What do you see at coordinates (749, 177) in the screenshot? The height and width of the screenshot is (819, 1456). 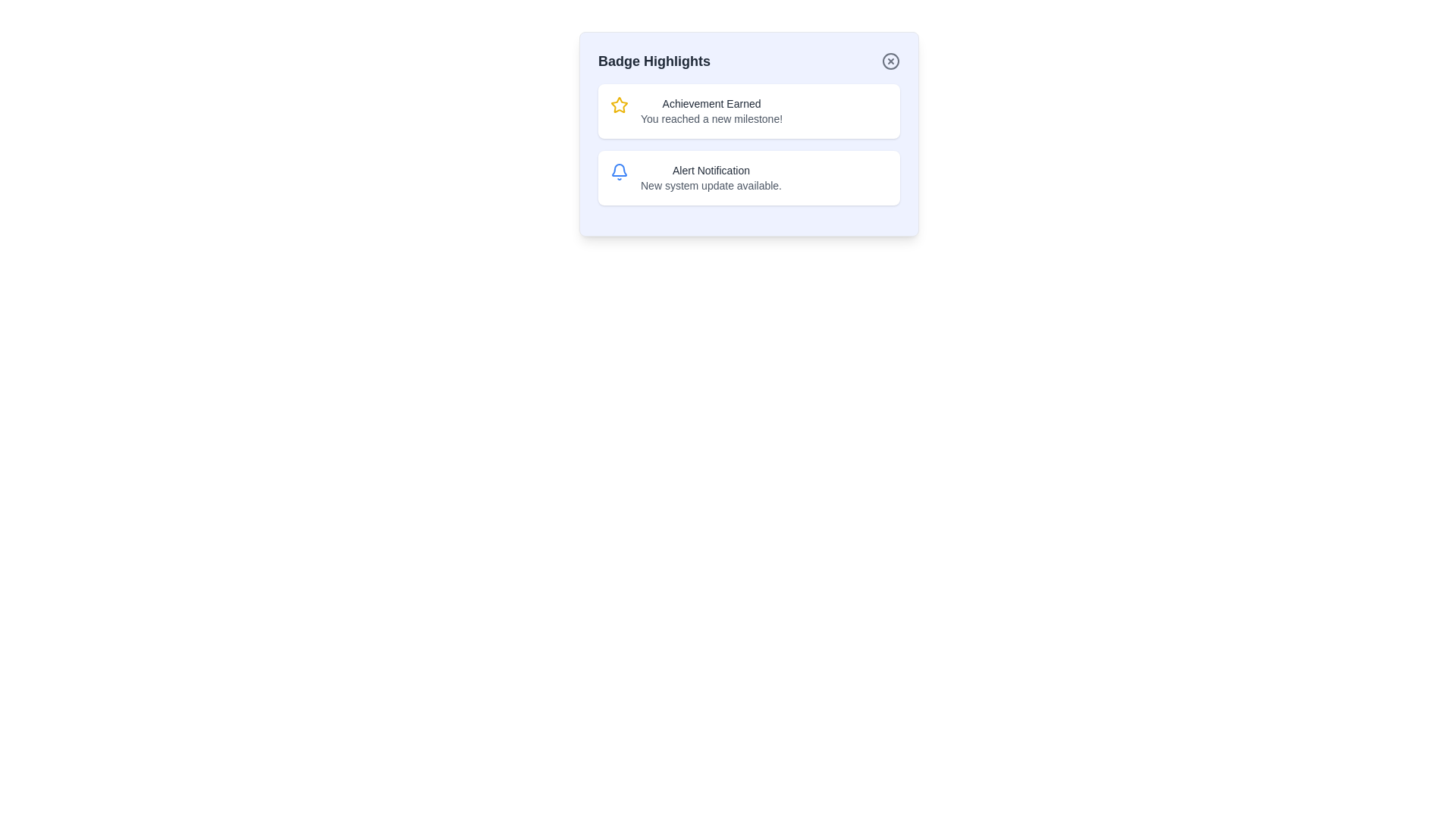 I see `the second notification card in the 'Badge Highlights' section, which provides information about a new system update` at bounding box center [749, 177].